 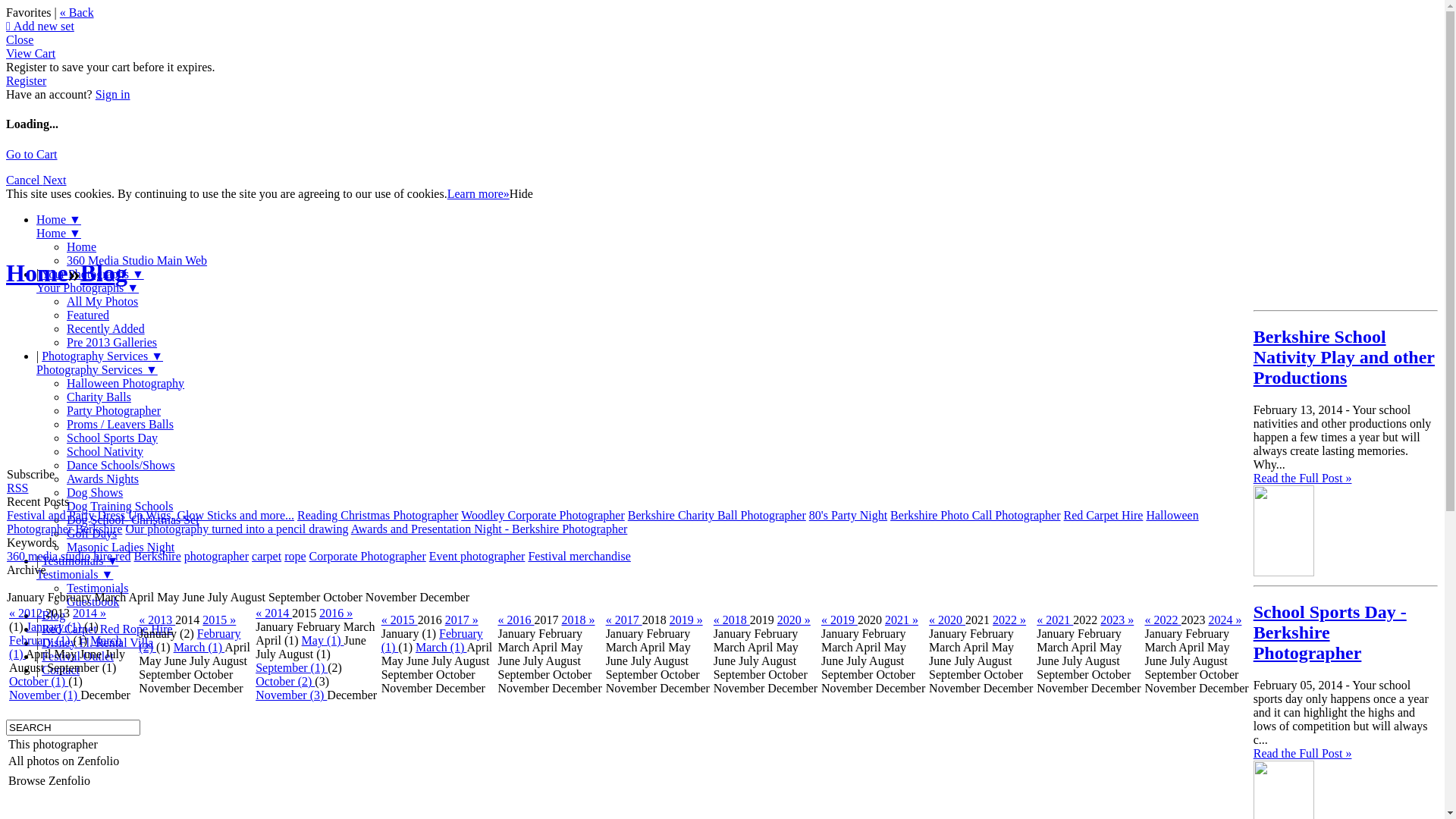 What do you see at coordinates (112, 410) in the screenshot?
I see `'Party Photographer'` at bounding box center [112, 410].